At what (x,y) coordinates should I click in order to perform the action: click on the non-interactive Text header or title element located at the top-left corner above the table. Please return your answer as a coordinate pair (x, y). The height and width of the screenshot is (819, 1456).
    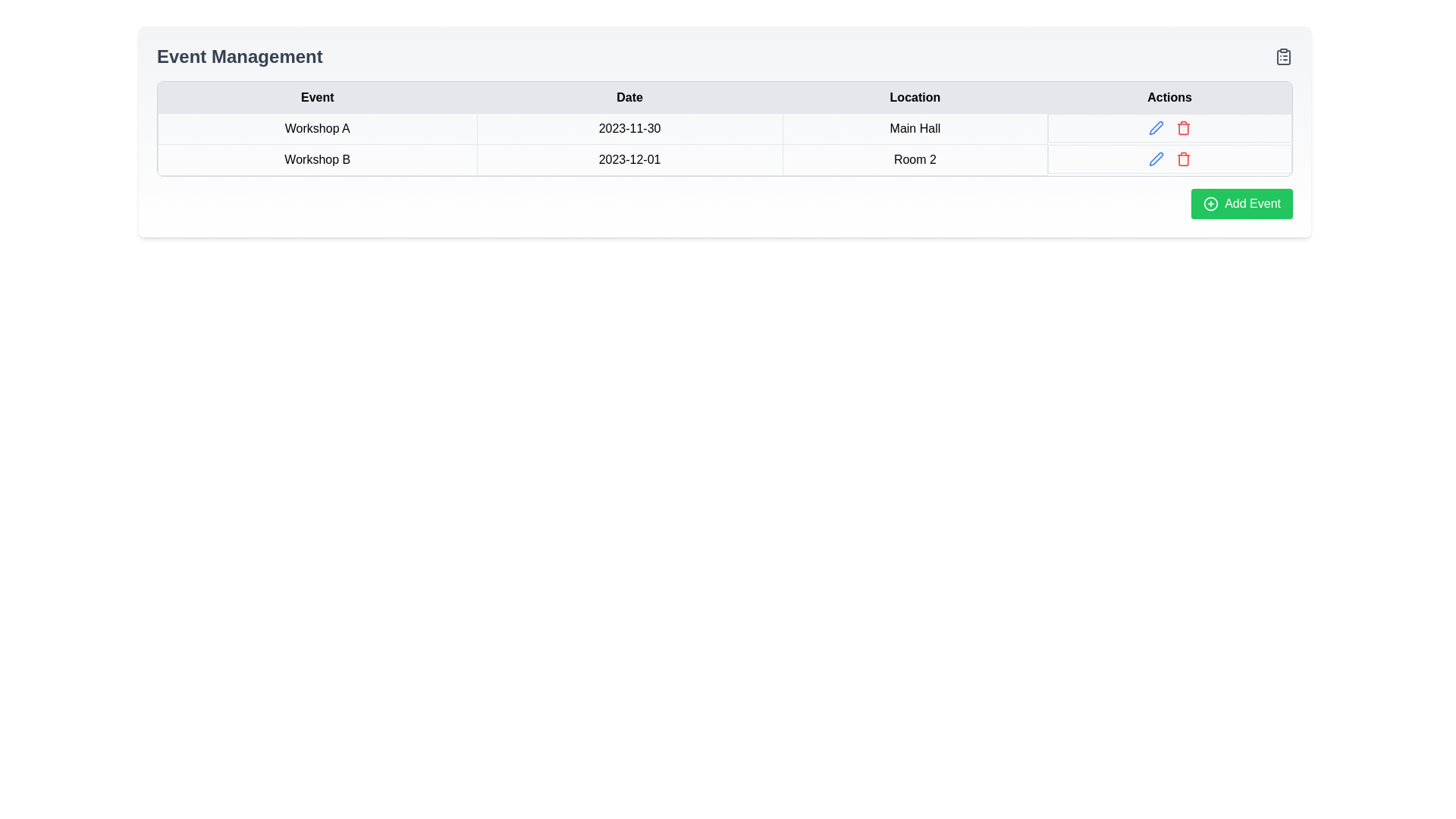
    Looking at the image, I should click on (239, 55).